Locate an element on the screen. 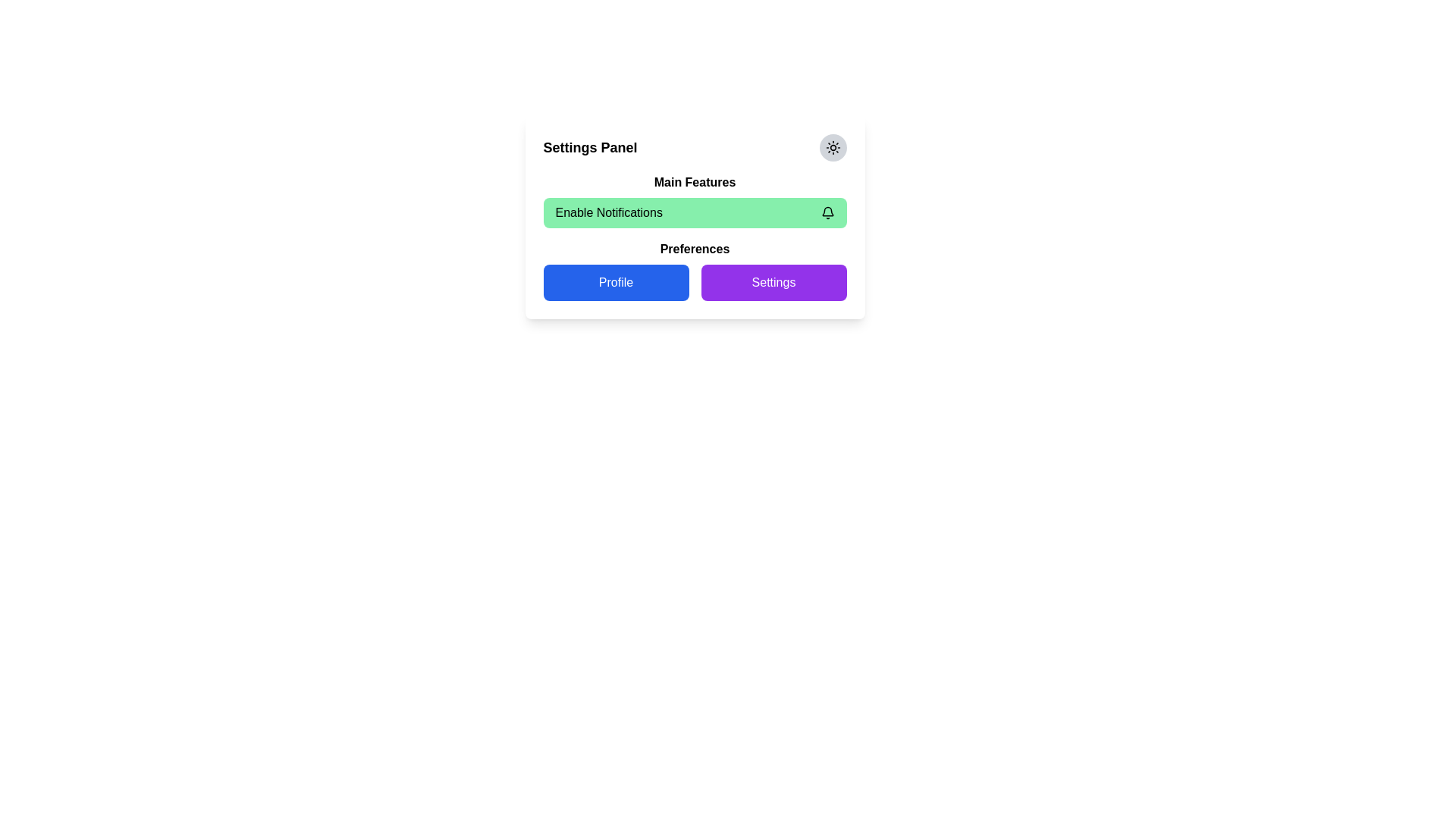  the 'Settings' button, which is a rectangular button with a purple background and rounded corners, located in the bottom-right part of the group of buttons under the 'Preferences' section is located at coordinates (773, 283).